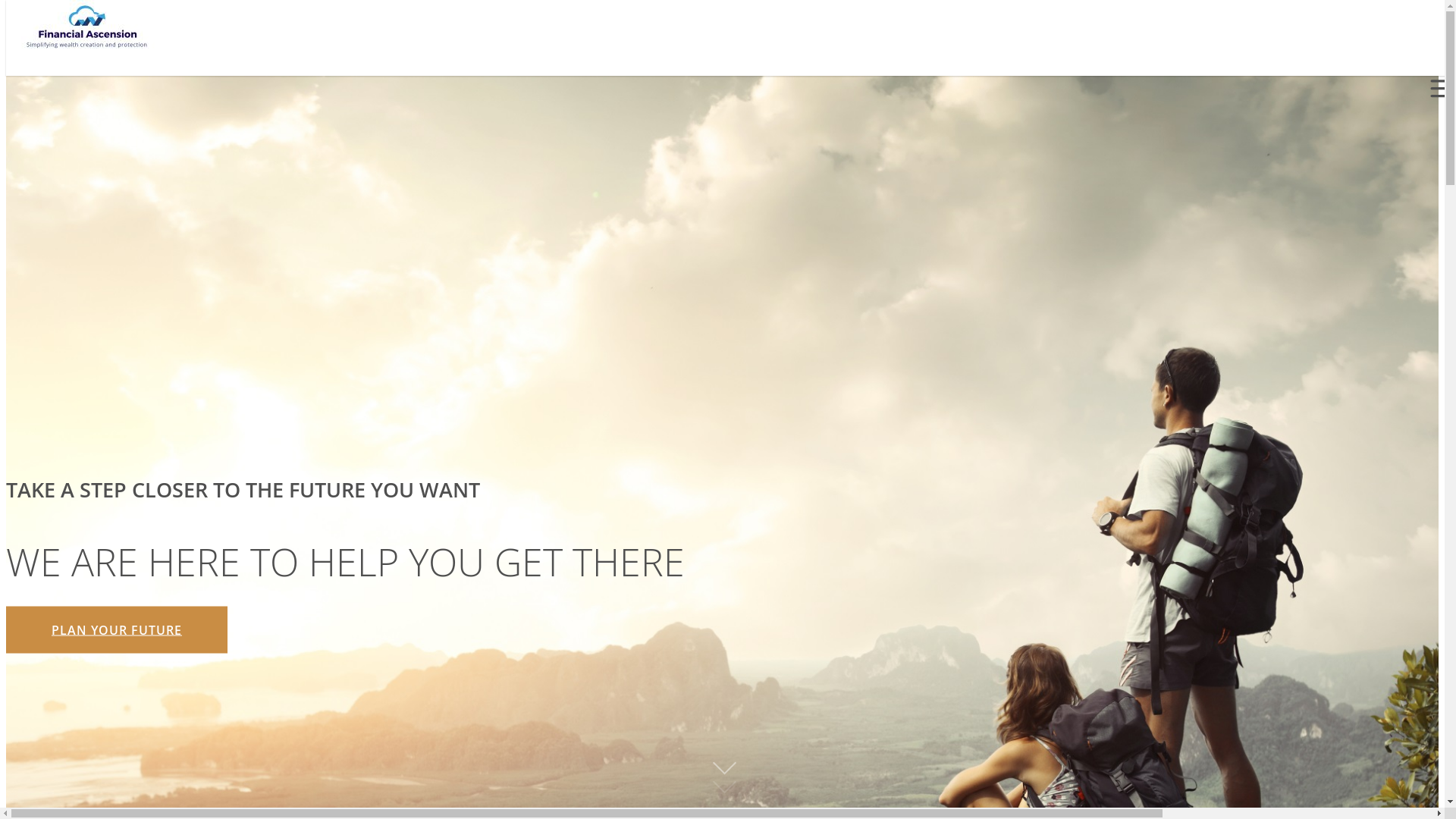  What do you see at coordinates (115, 629) in the screenshot?
I see `'PLAN YOUR FUTURE'` at bounding box center [115, 629].